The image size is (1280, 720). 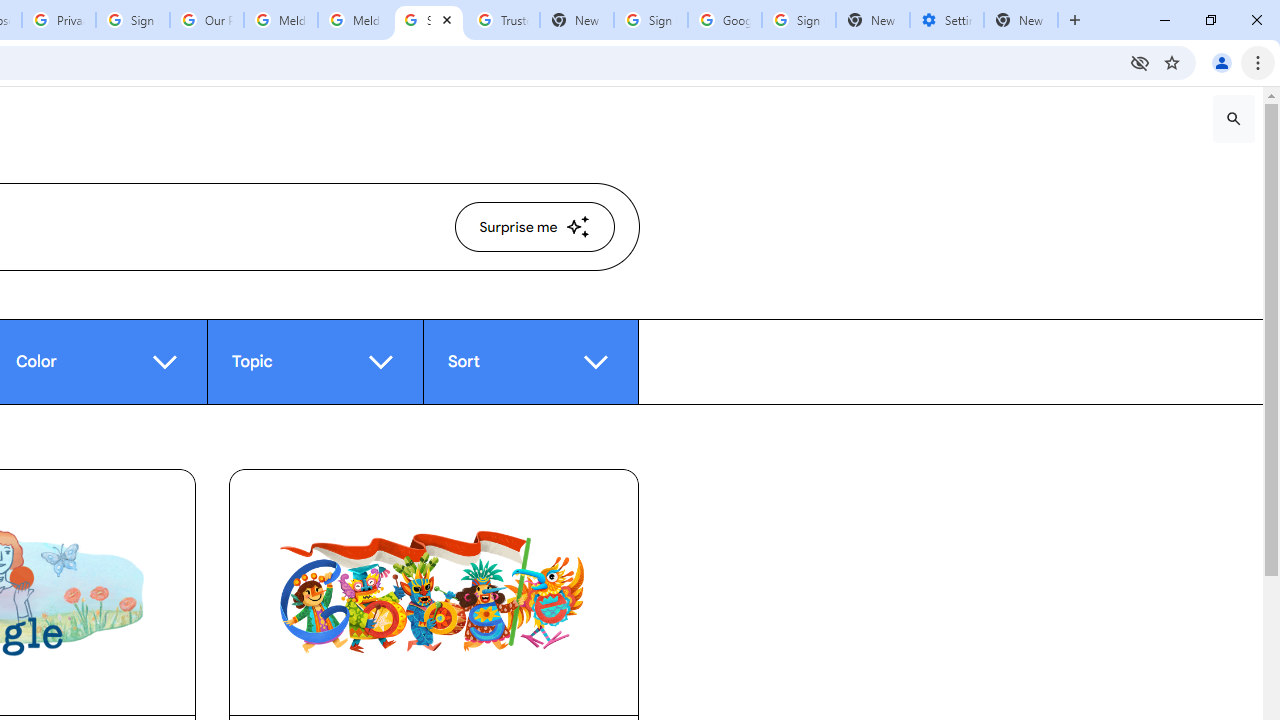 I want to click on 'Sort', so click(x=530, y=361).